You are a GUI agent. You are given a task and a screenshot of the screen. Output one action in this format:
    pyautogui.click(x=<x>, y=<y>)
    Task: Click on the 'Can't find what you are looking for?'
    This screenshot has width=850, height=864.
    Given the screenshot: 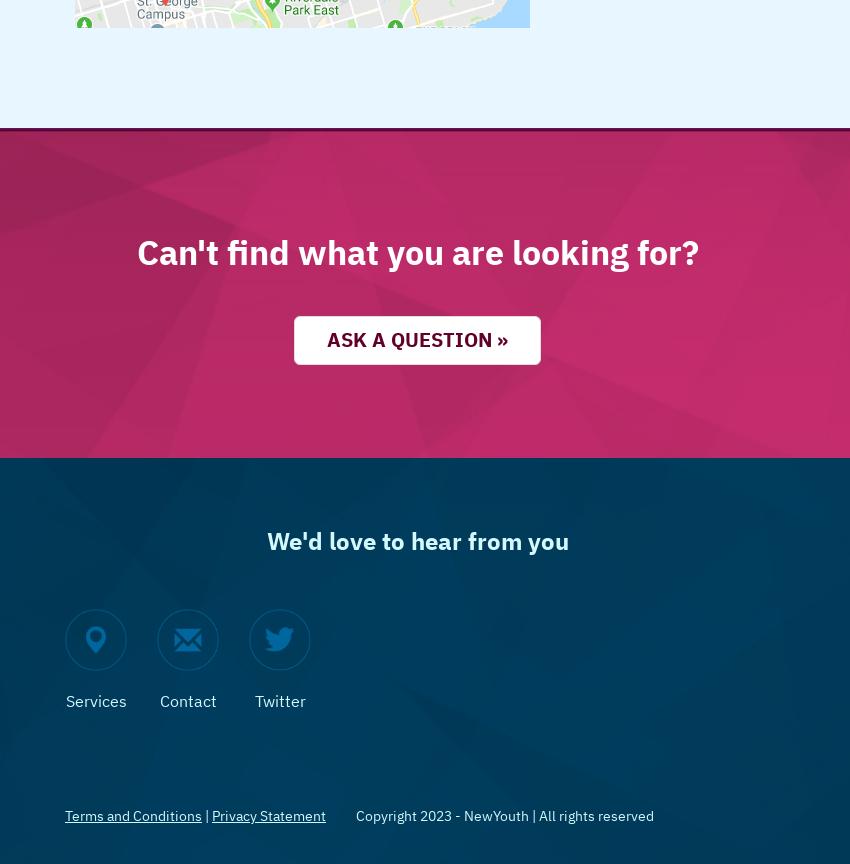 What is the action you would take?
    pyautogui.click(x=417, y=252)
    